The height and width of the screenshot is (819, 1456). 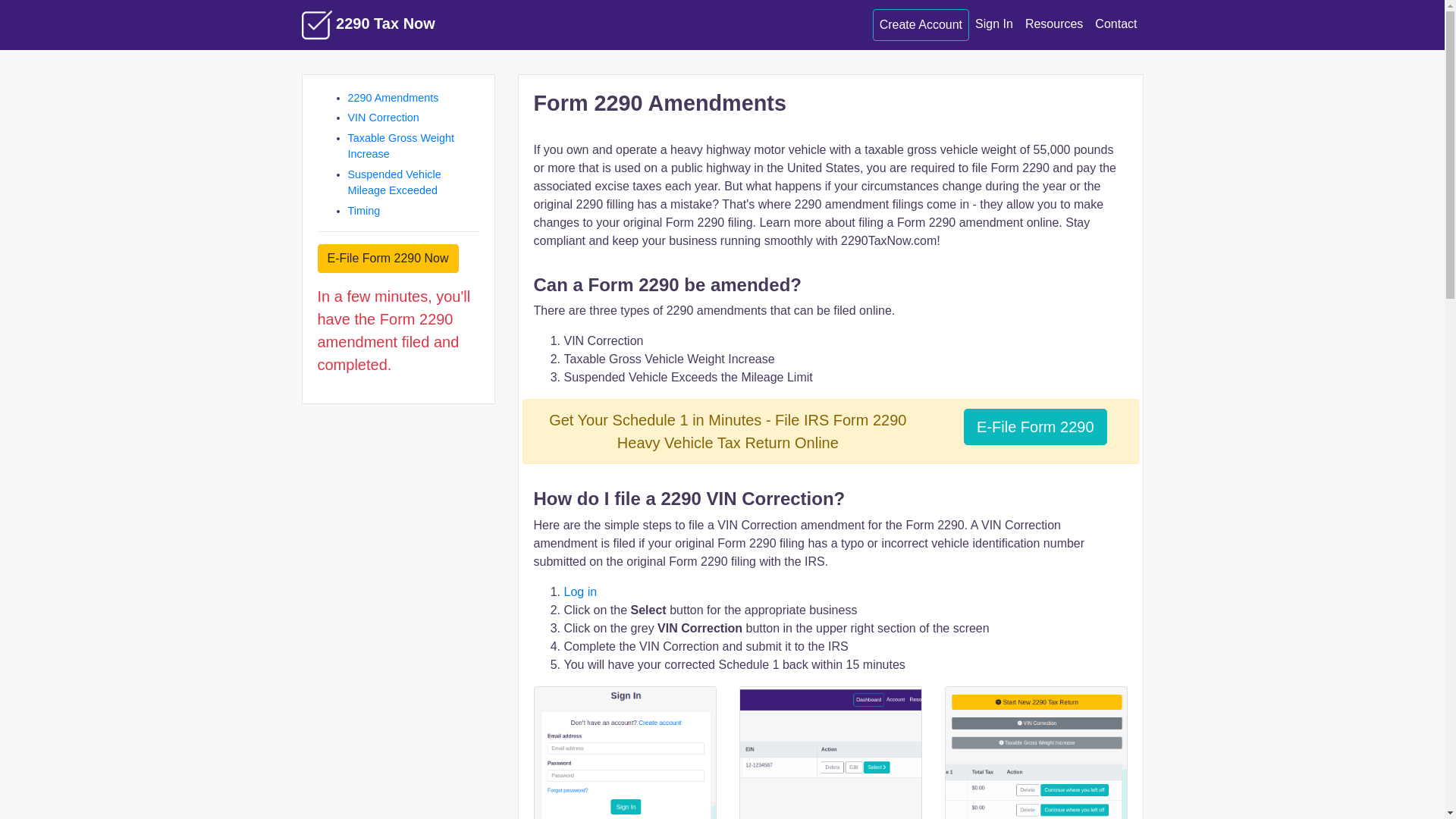 I want to click on 'Contact', so click(x=1116, y=24).